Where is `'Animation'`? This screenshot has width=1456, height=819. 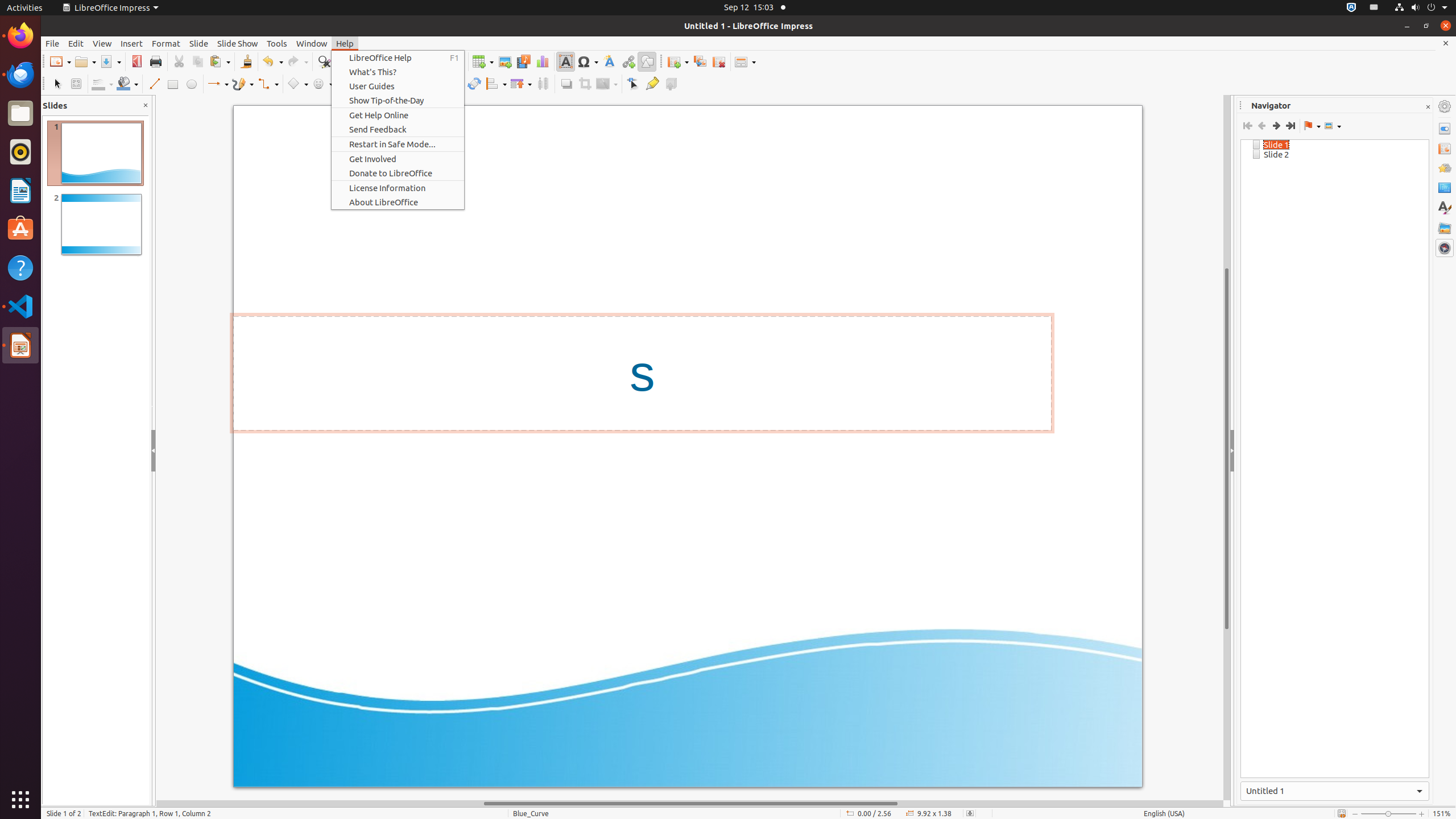 'Animation' is located at coordinates (1444, 168).